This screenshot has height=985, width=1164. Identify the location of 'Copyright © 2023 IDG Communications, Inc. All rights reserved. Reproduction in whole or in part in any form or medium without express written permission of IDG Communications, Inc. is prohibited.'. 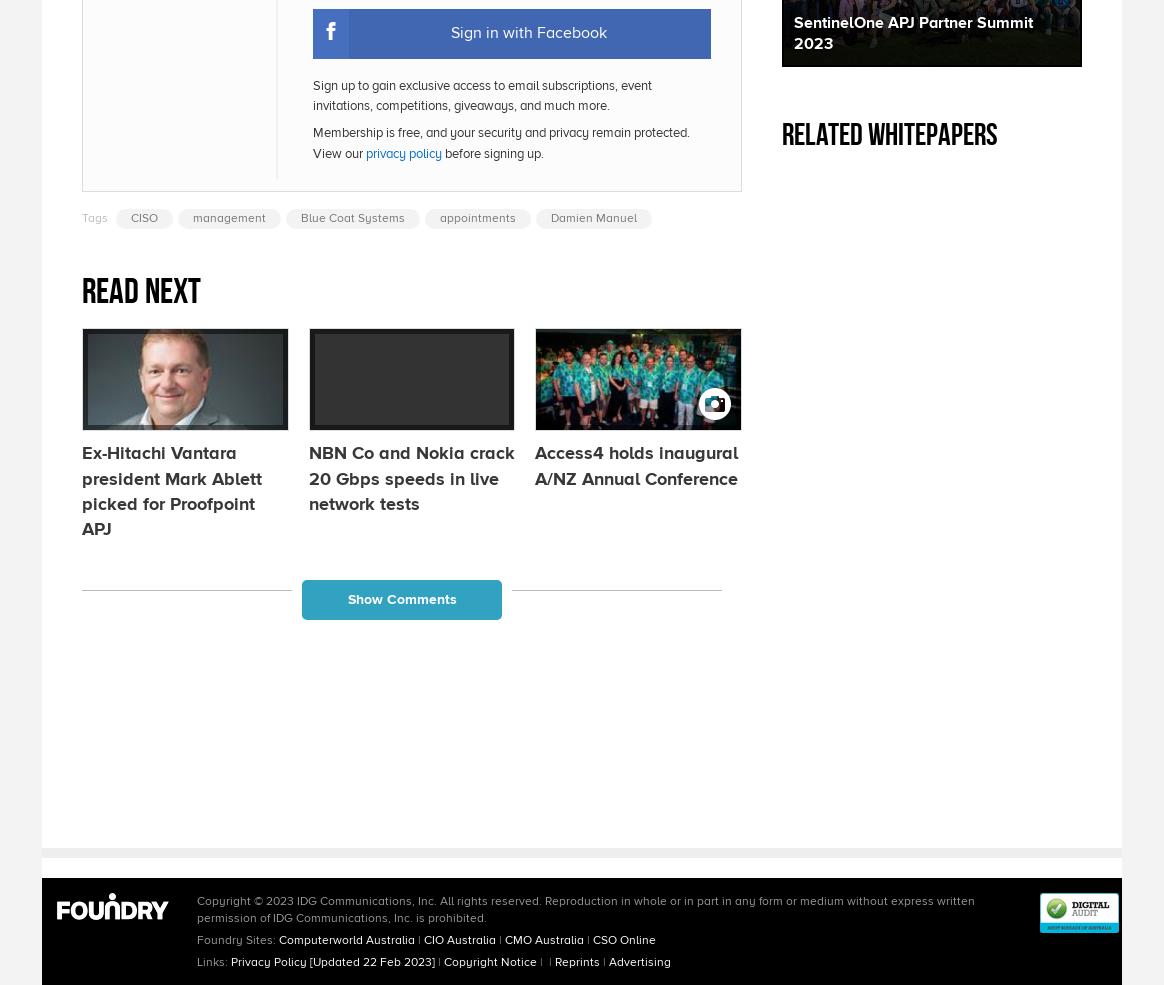
(585, 908).